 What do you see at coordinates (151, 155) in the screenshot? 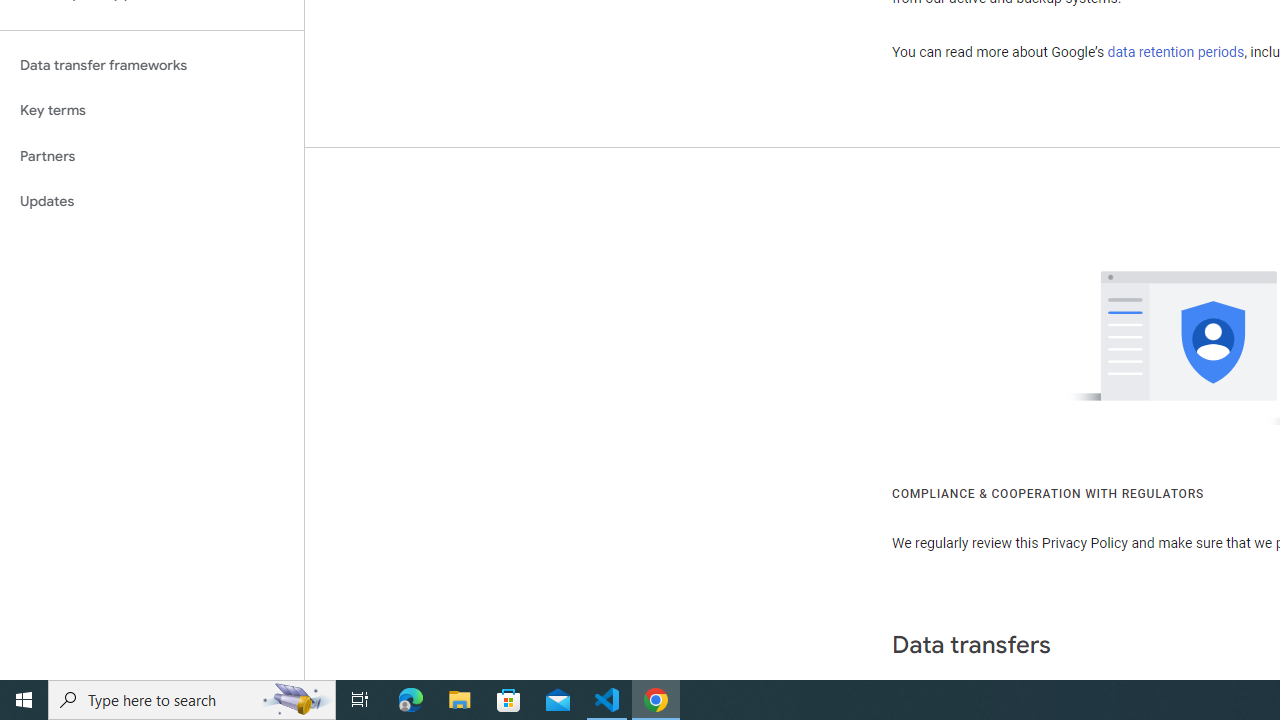
I see `'Partners'` at bounding box center [151, 155].